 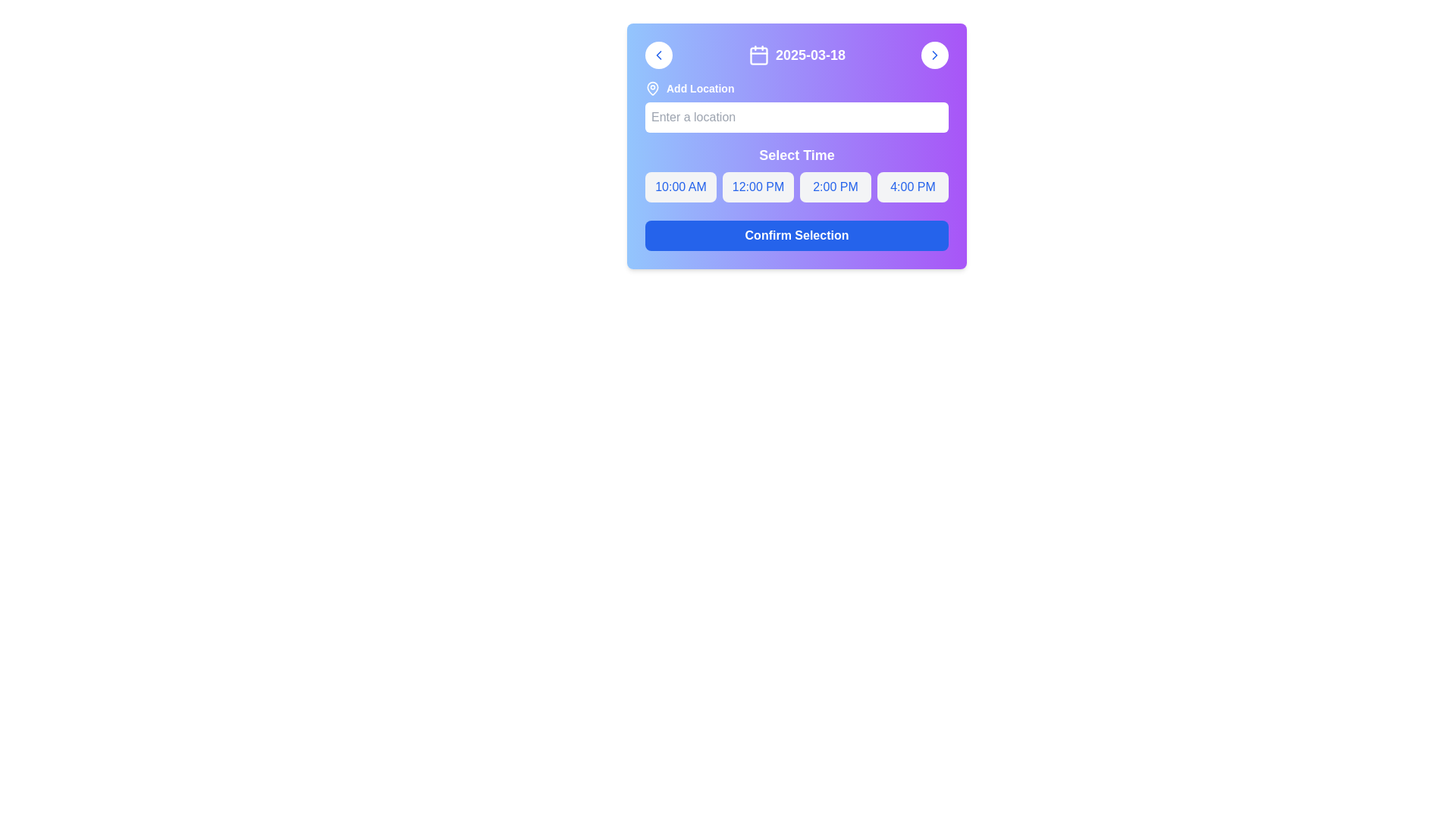 What do you see at coordinates (758, 186) in the screenshot?
I see `the button displaying '12:00 PM' to change its background color` at bounding box center [758, 186].